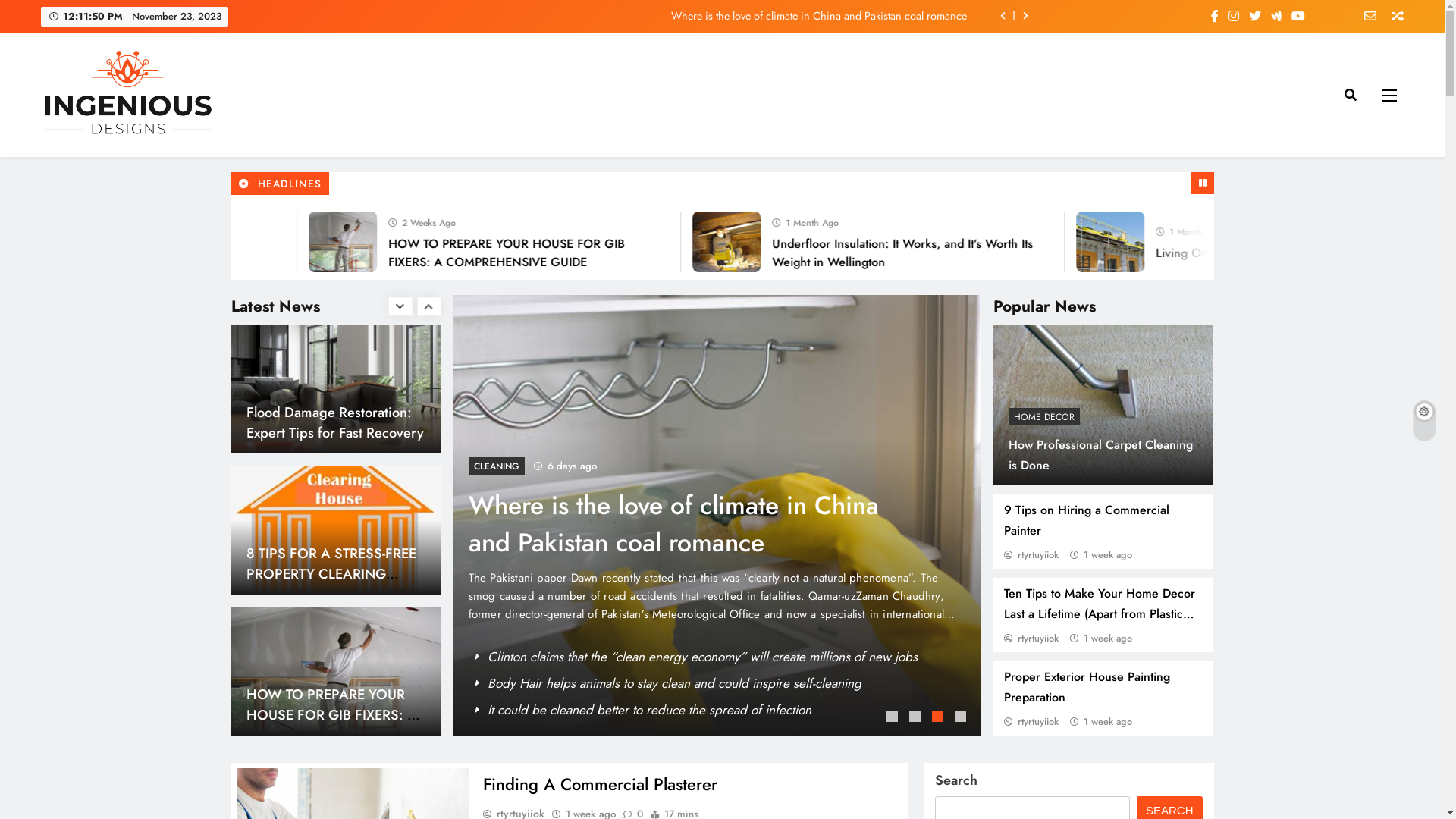  Describe the element at coordinates (1004, 554) in the screenshot. I see `'rtyrtuyiiok'` at that location.